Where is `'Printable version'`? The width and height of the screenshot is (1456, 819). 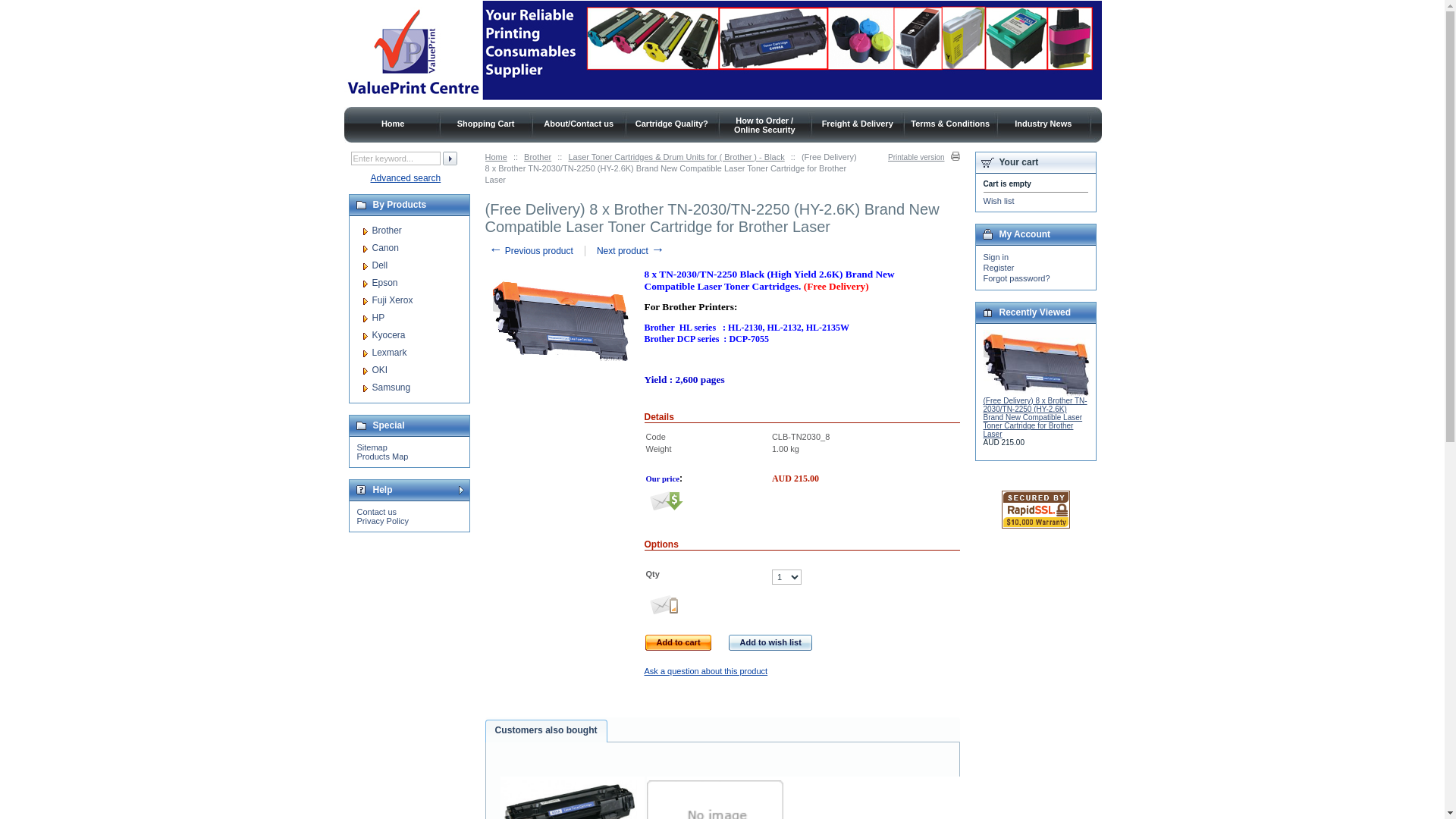
'Printable version' is located at coordinates (923, 157).